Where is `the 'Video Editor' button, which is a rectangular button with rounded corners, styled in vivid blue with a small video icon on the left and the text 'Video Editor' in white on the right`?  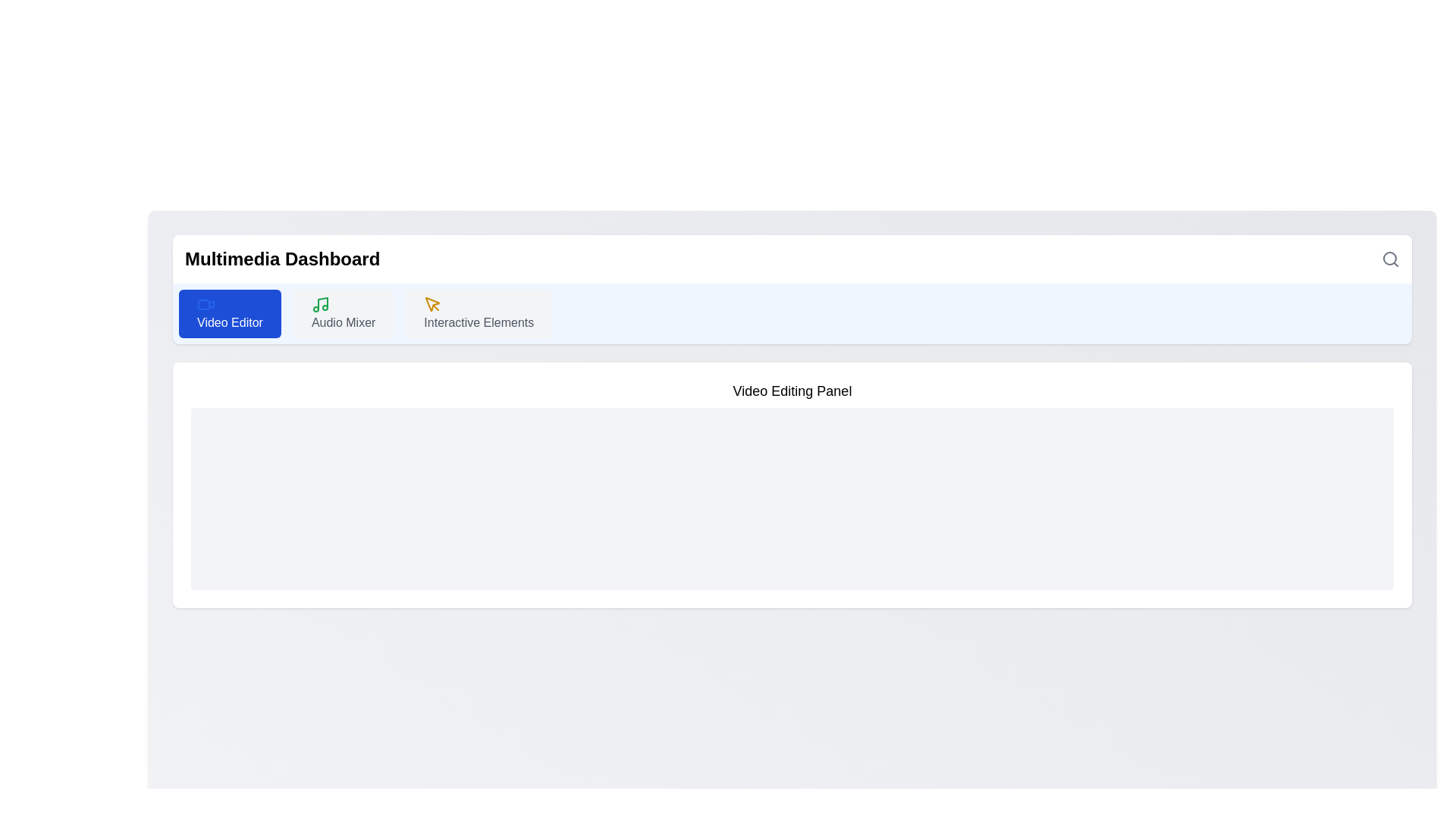
the 'Video Editor' button, which is a rectangular button with rounded corners, styled in vivid blue with a small video icon on the left and the text 'Video Editor' in white on the right is located at coordinates (229, 312).